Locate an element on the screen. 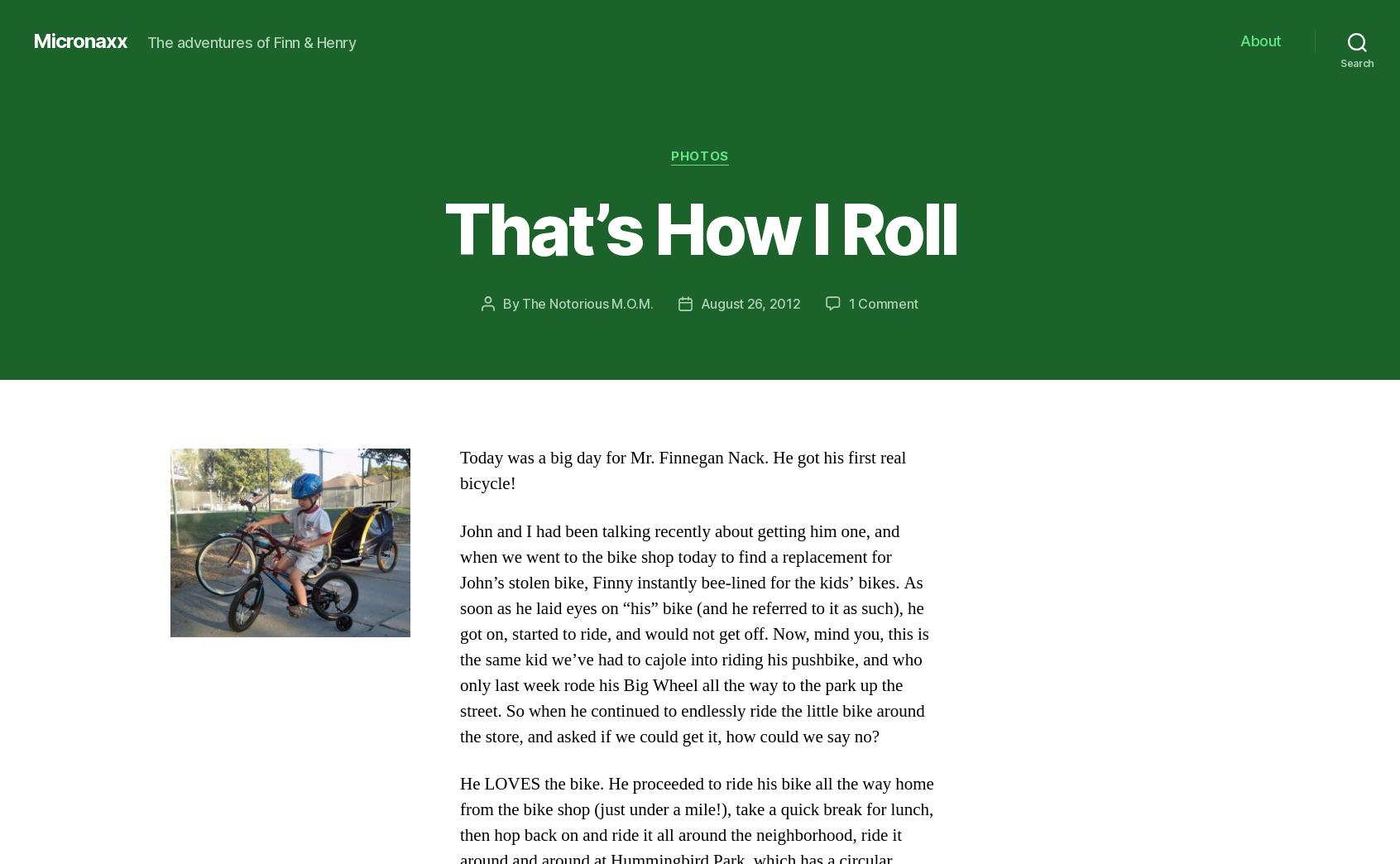 This screenshot has height=864, width=1400. 'September 2010' is located at coordinates (271, 698).